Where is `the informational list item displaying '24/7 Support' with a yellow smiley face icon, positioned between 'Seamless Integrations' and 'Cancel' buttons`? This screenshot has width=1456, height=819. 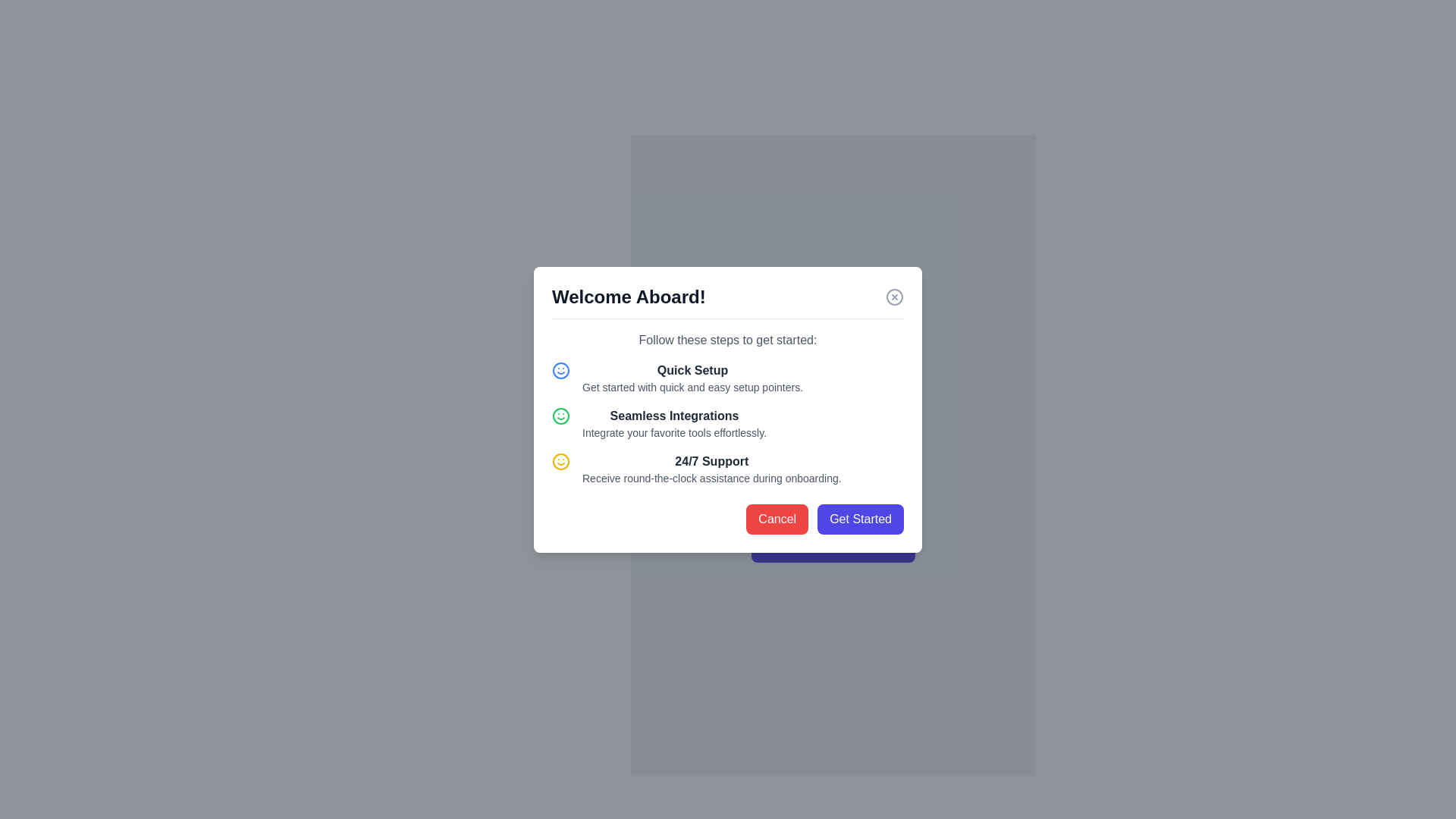 the informational list item displaying '24/7 Support' with a yellow smiley face icon, positioned between 'Seamless Integrations' and 'Cancel' buttons is located at coordinates (728, 467).